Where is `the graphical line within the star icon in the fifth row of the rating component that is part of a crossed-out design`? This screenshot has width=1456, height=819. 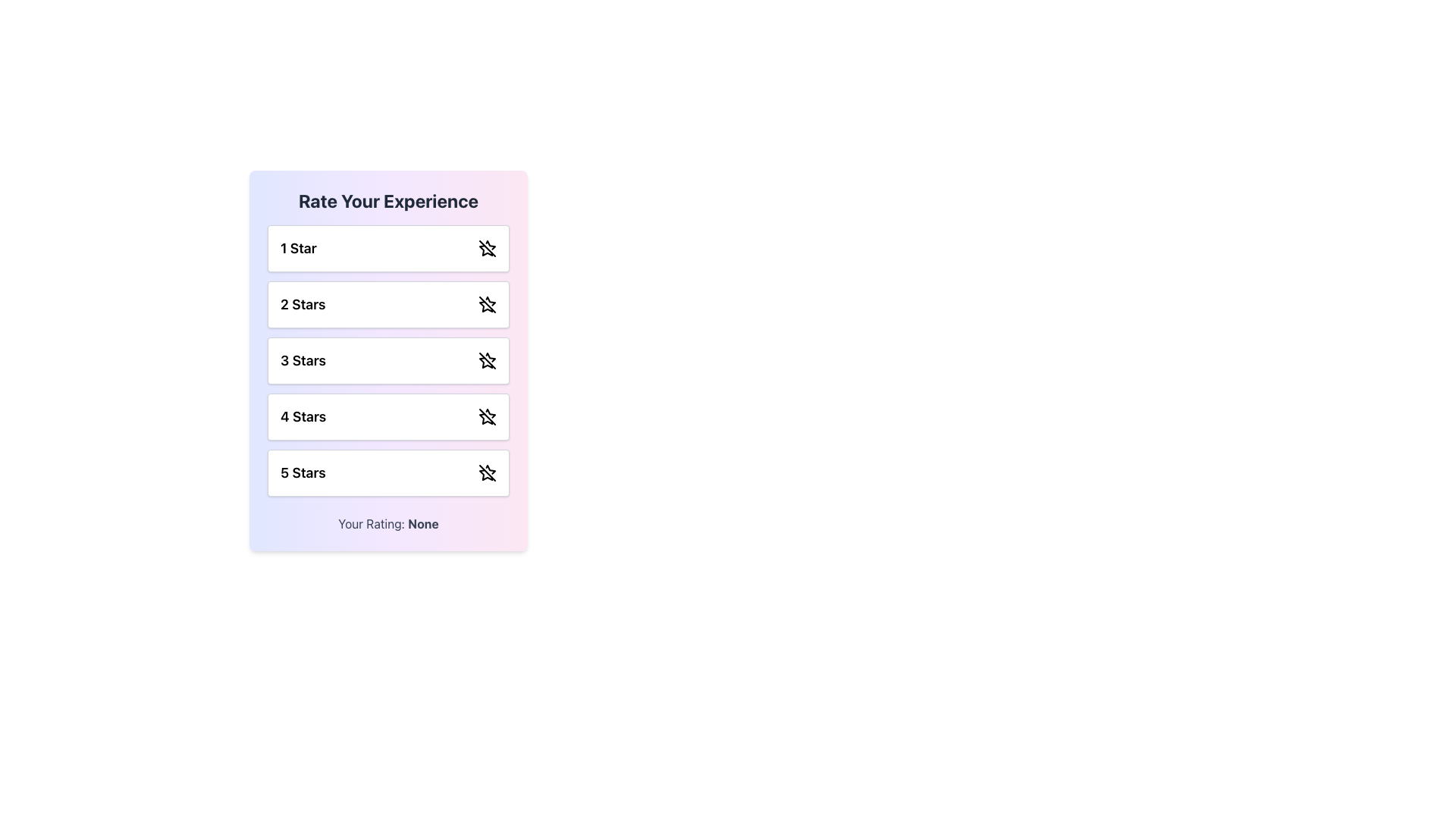 the graphical line within the star icon in the fifth row of the rating component that is part of a crossed-out design is located at coordinates (488, 472).